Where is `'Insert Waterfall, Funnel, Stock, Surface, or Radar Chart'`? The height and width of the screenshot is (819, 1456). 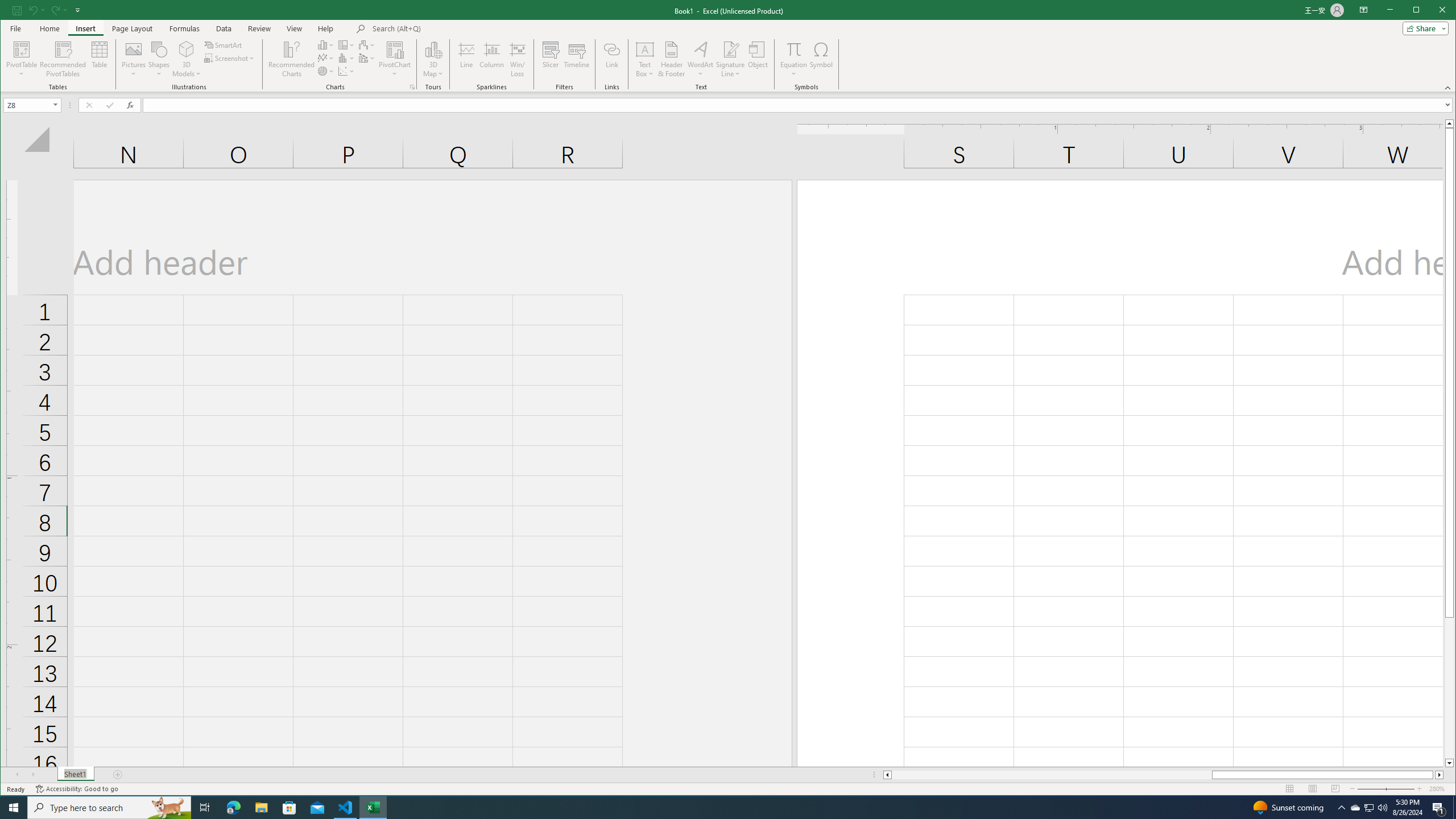
'Insert Waterfall, Funnel, Stock, Surface, or Radar Chart' is located at coordinates (366, 44).